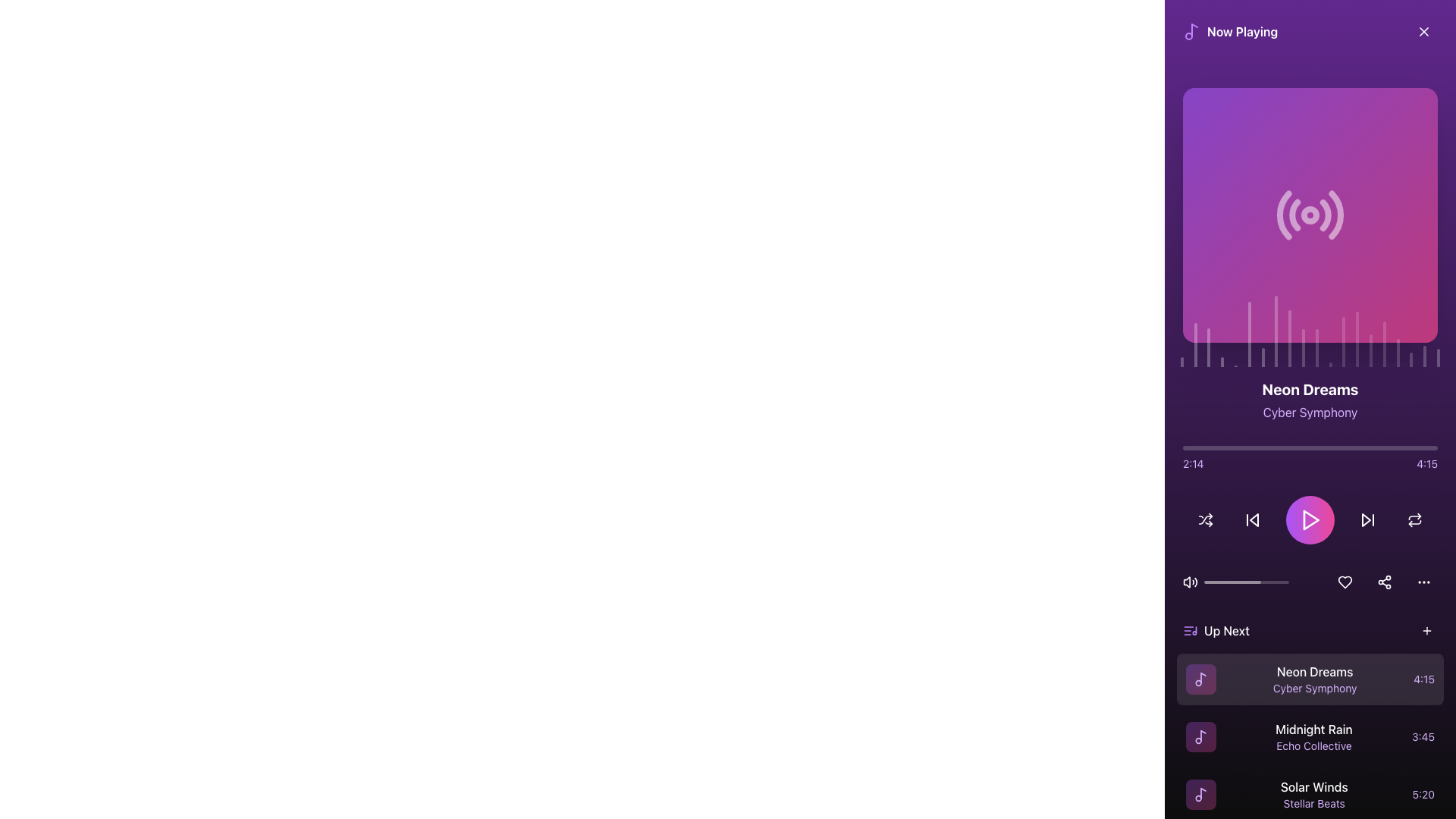  What do you see at coordinates (1221, 581) in the screenshot?
I see `the volume slider` at bounding box center [1221, 581].